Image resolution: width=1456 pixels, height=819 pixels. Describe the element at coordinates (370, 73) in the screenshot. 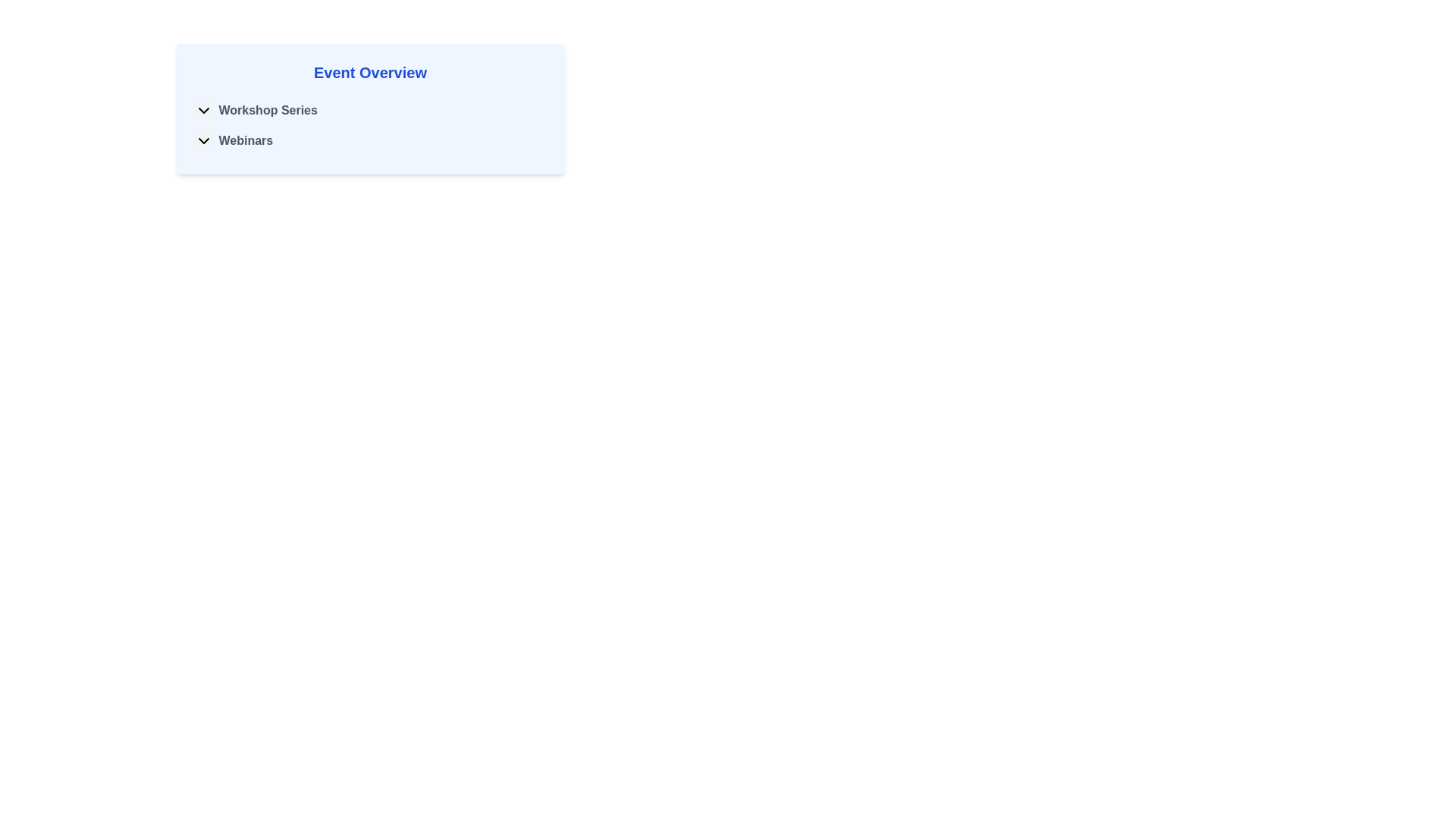

I see `the header text labeled 'Event Overview' styled in large blue bold font at the top center of the light blue background panel` at that location.